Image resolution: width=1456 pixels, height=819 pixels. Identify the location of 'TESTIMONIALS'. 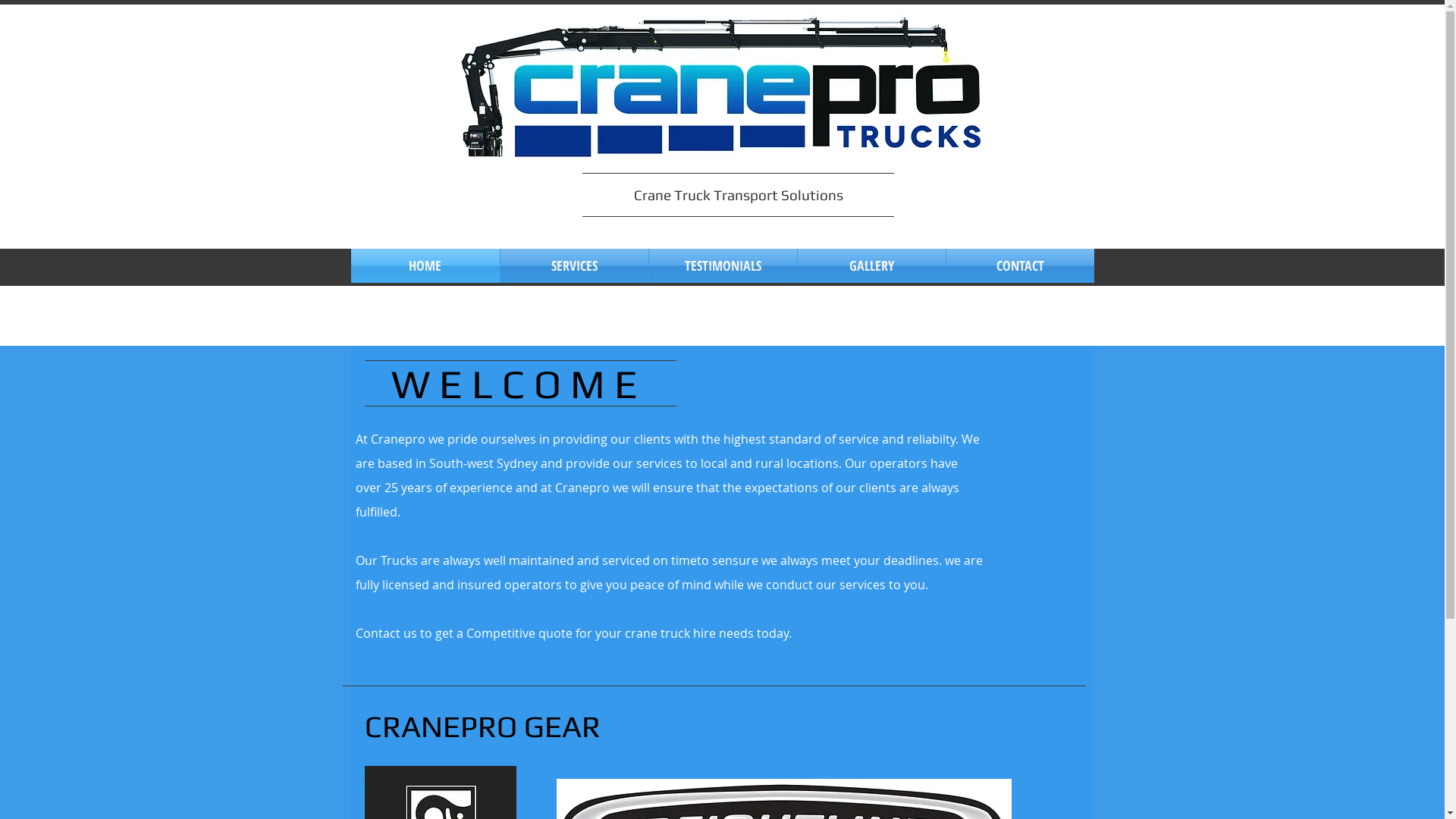
(722, 265).